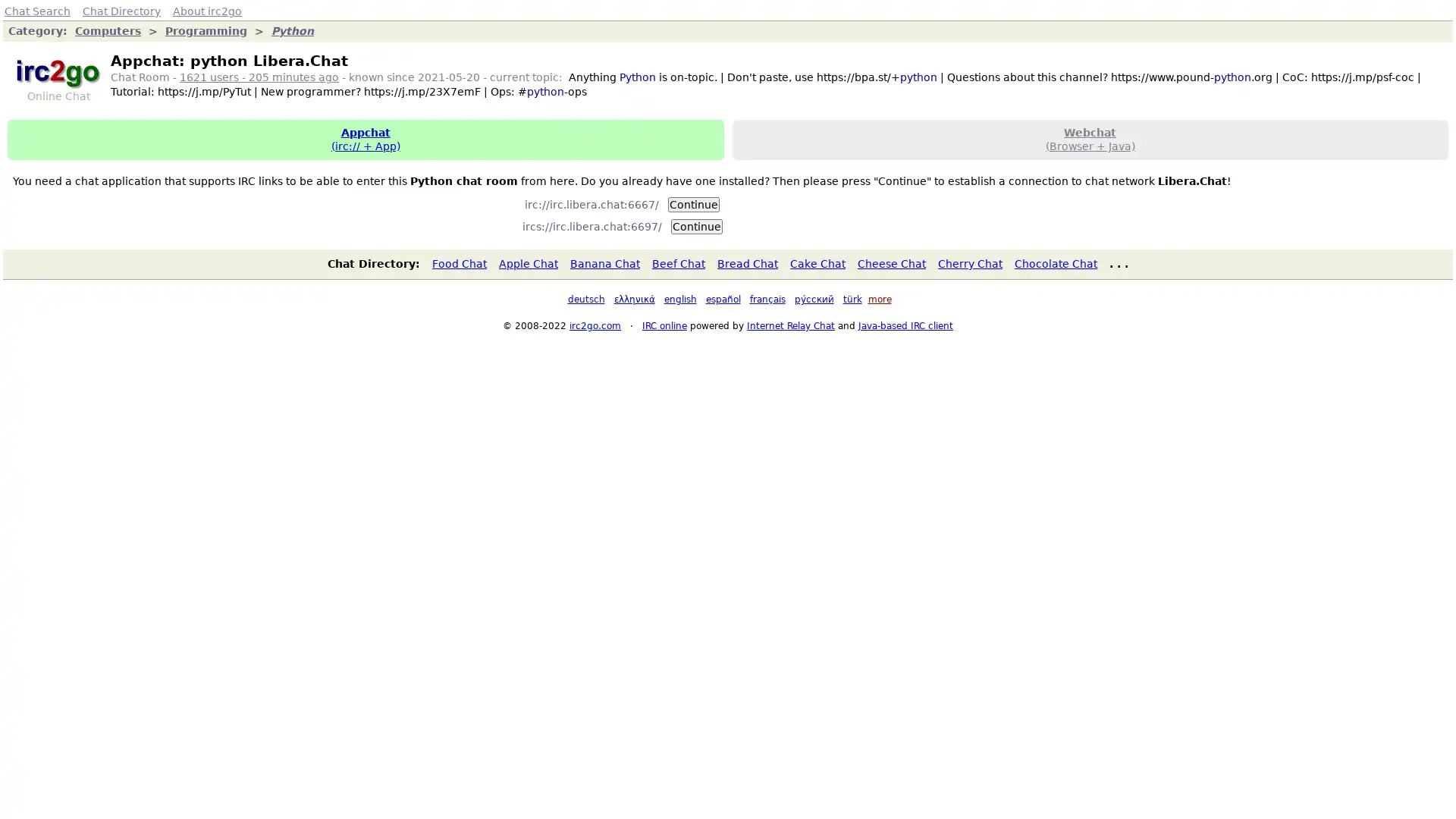 The width and height of the screenshot is (1456, 819). What do you see at coordinates (693, 203) in the screenshot?
I see `Continue` at bounding box center [693, 203].